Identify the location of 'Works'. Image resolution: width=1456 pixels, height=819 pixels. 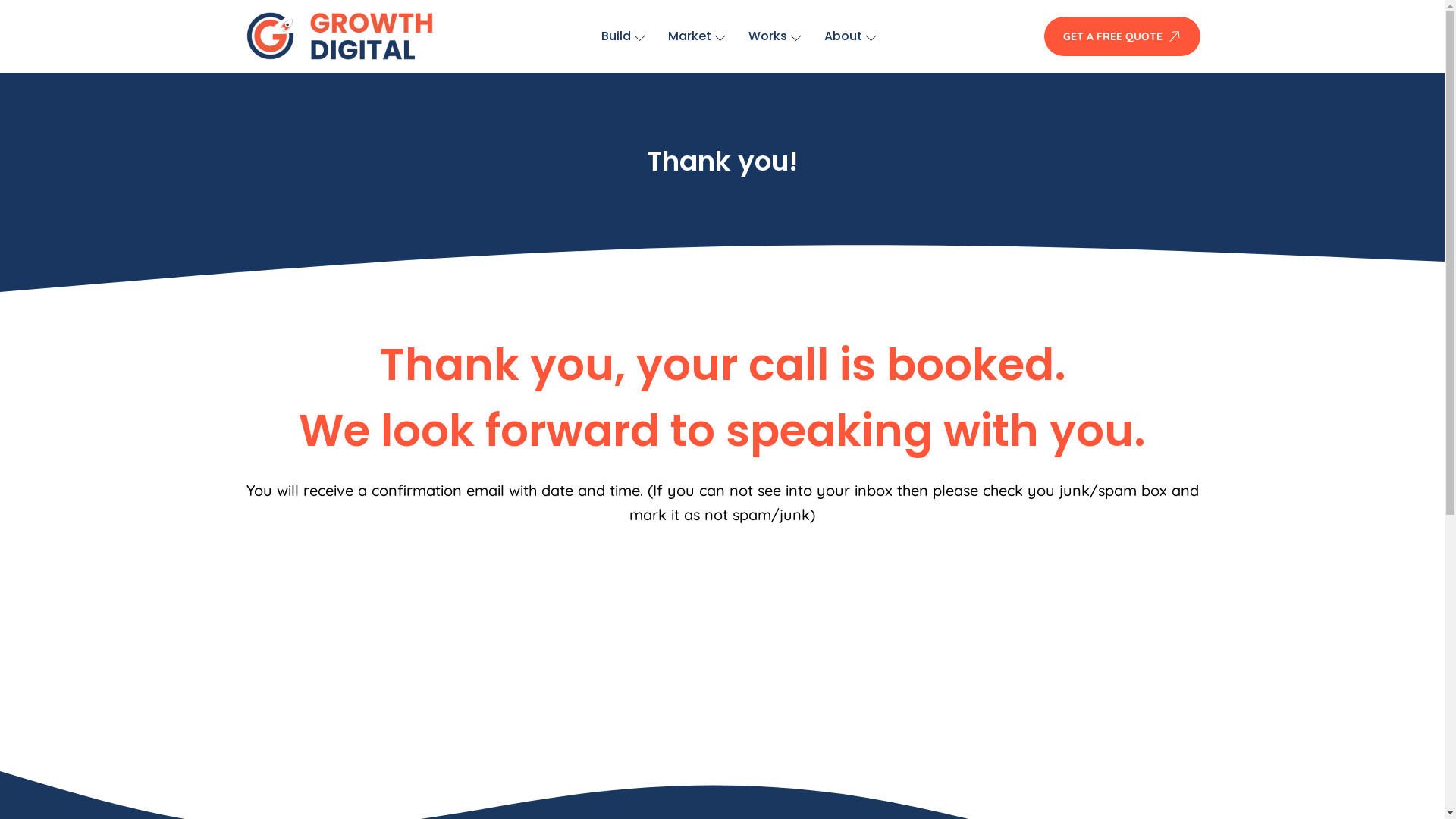
(775, 35).